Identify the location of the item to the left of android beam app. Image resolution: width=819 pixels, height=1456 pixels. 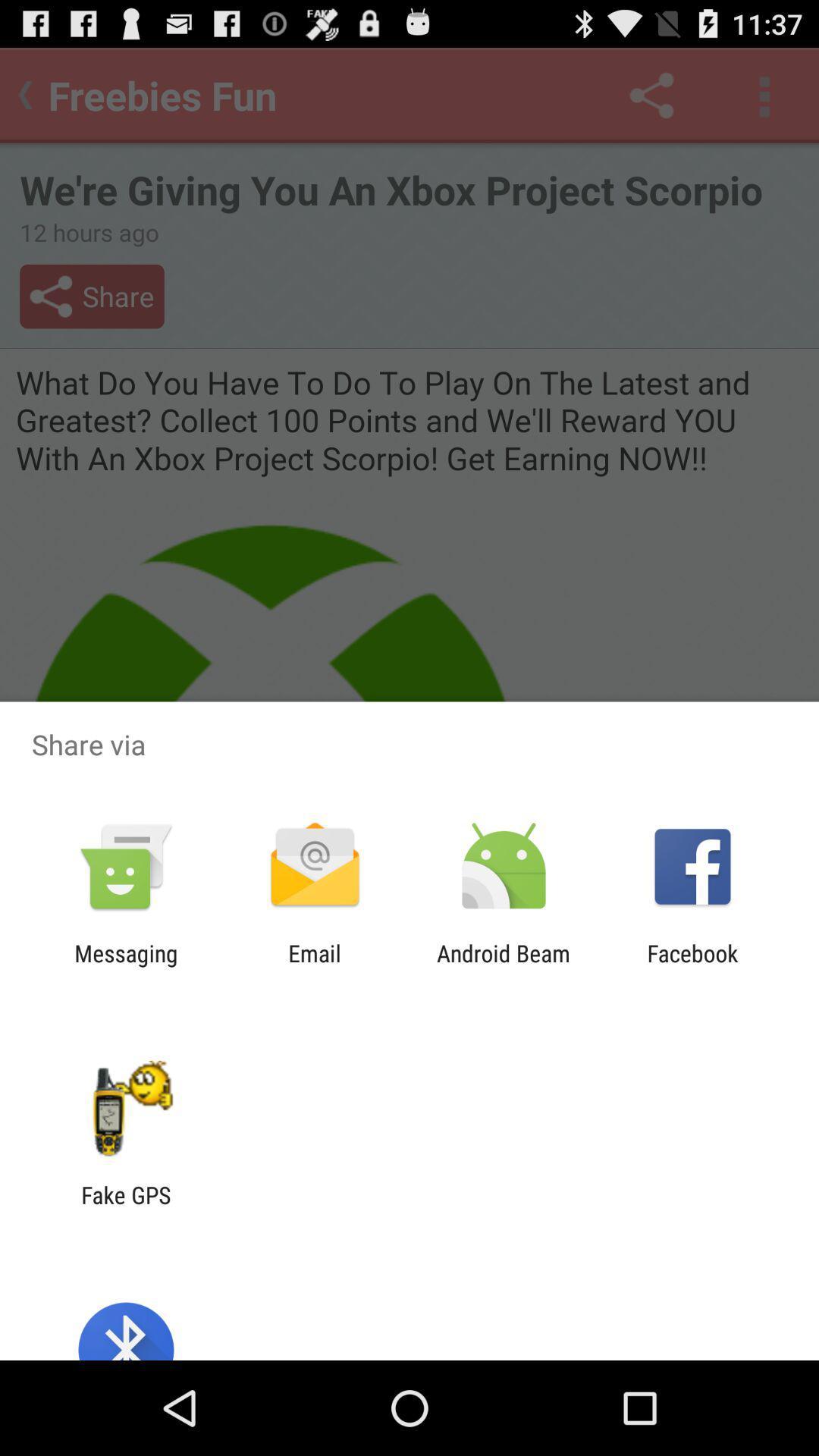
(314, 966).